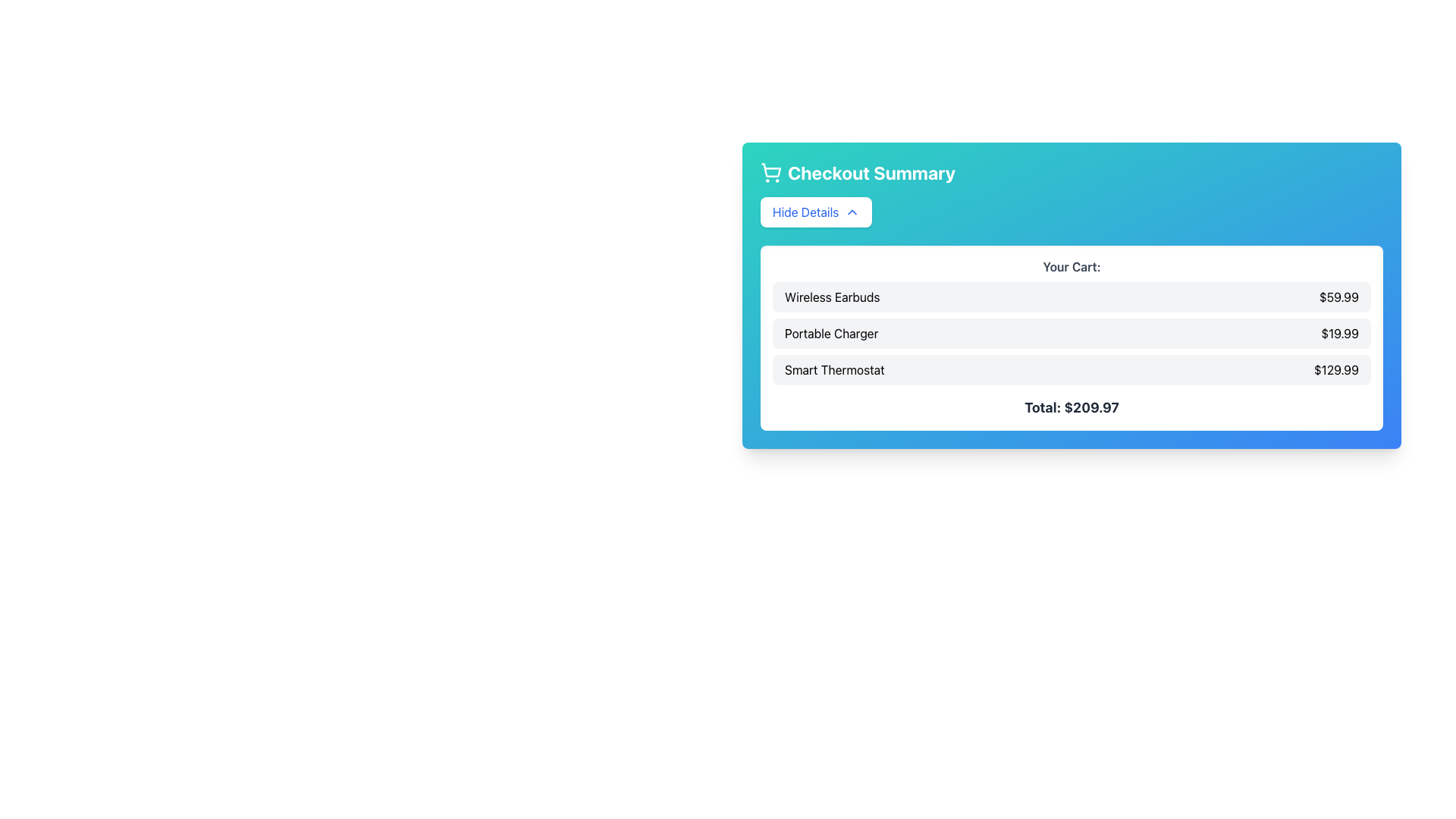 The width and height of the screenshot is (1456, 819). Describe the element at coordinates (771, 171) in the screenshot. I see `the shopping cart icon located to the left of the 'Checkout Summary' text, which is styled in a white outline against a gradient turquoise background` at that location.